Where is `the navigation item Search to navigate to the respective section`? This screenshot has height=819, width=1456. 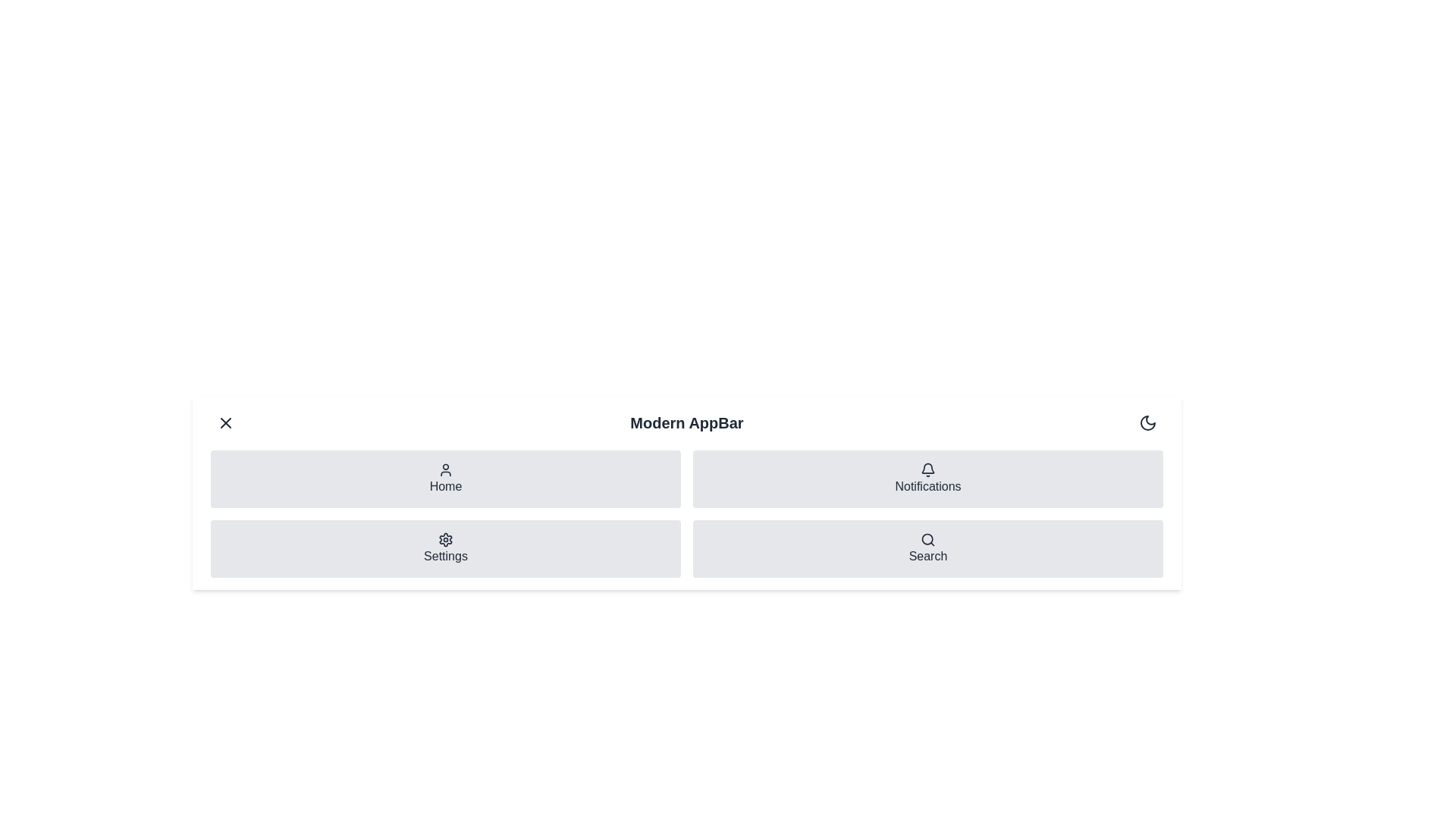 the navigation item Search to navigate to the respective section is located at coordinates (927, 549).